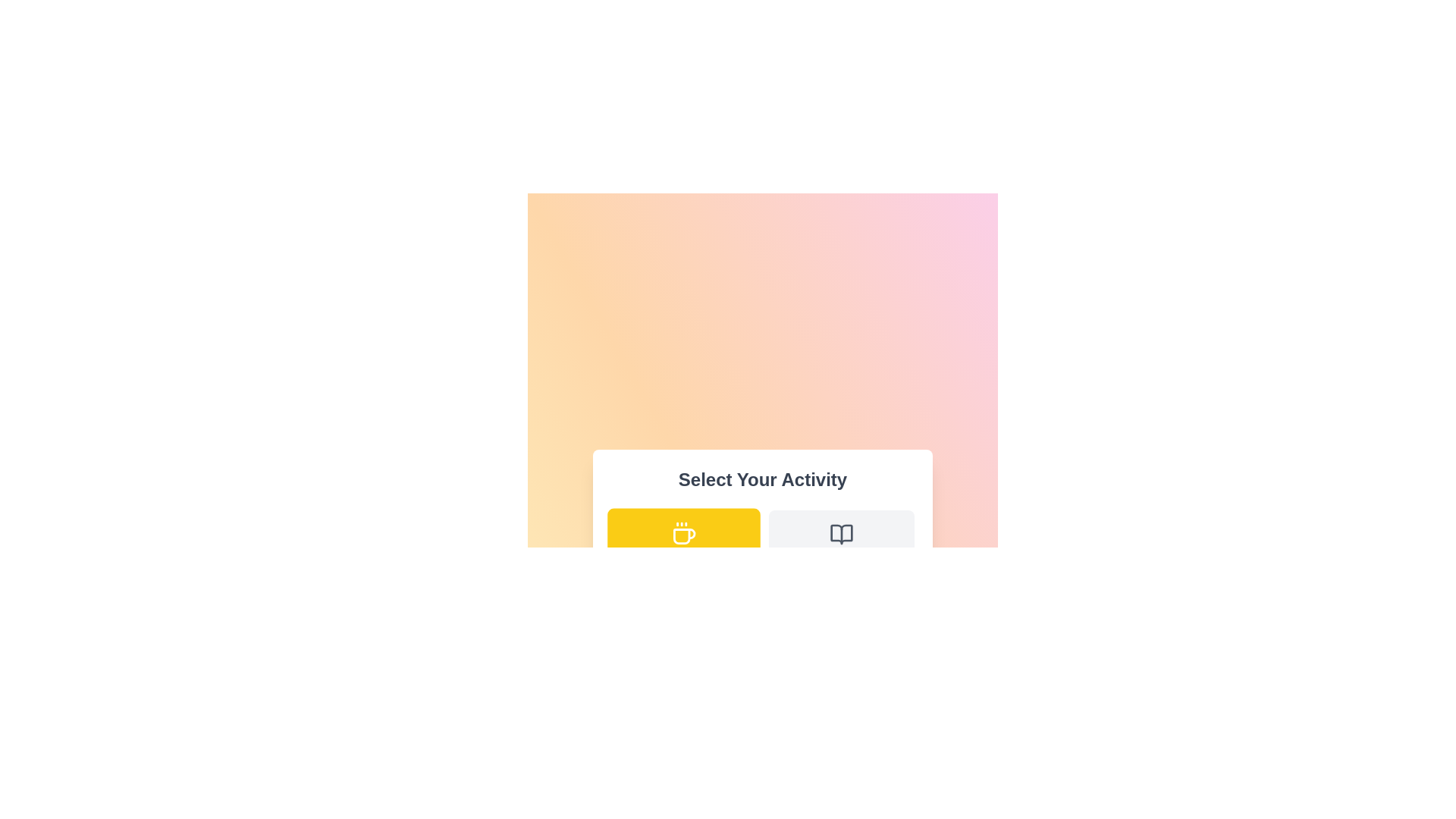  What do you see at coordinates (840, 534) in the screenshot?
I see `the open book icon button located beneath the 'Select Your Activity' header` at bounding box center [840, 534].